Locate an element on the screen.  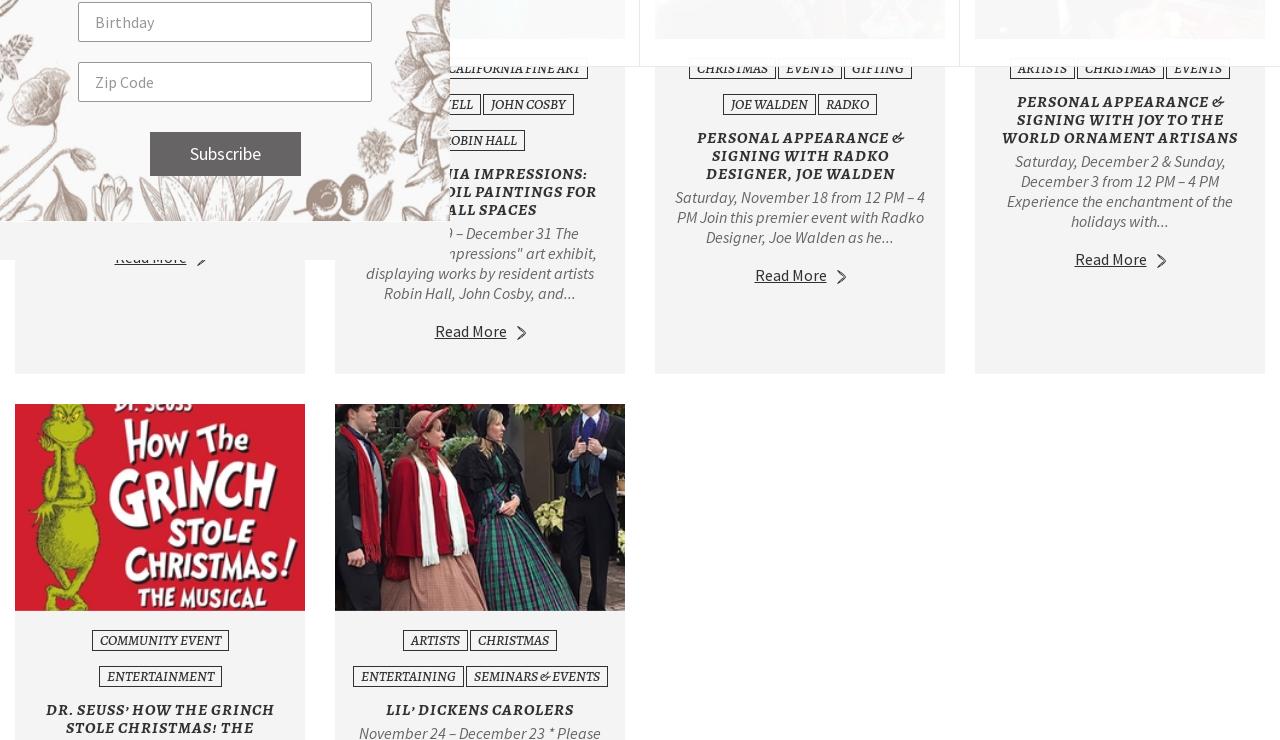
'Radko' is located at coordinates (847, 104).